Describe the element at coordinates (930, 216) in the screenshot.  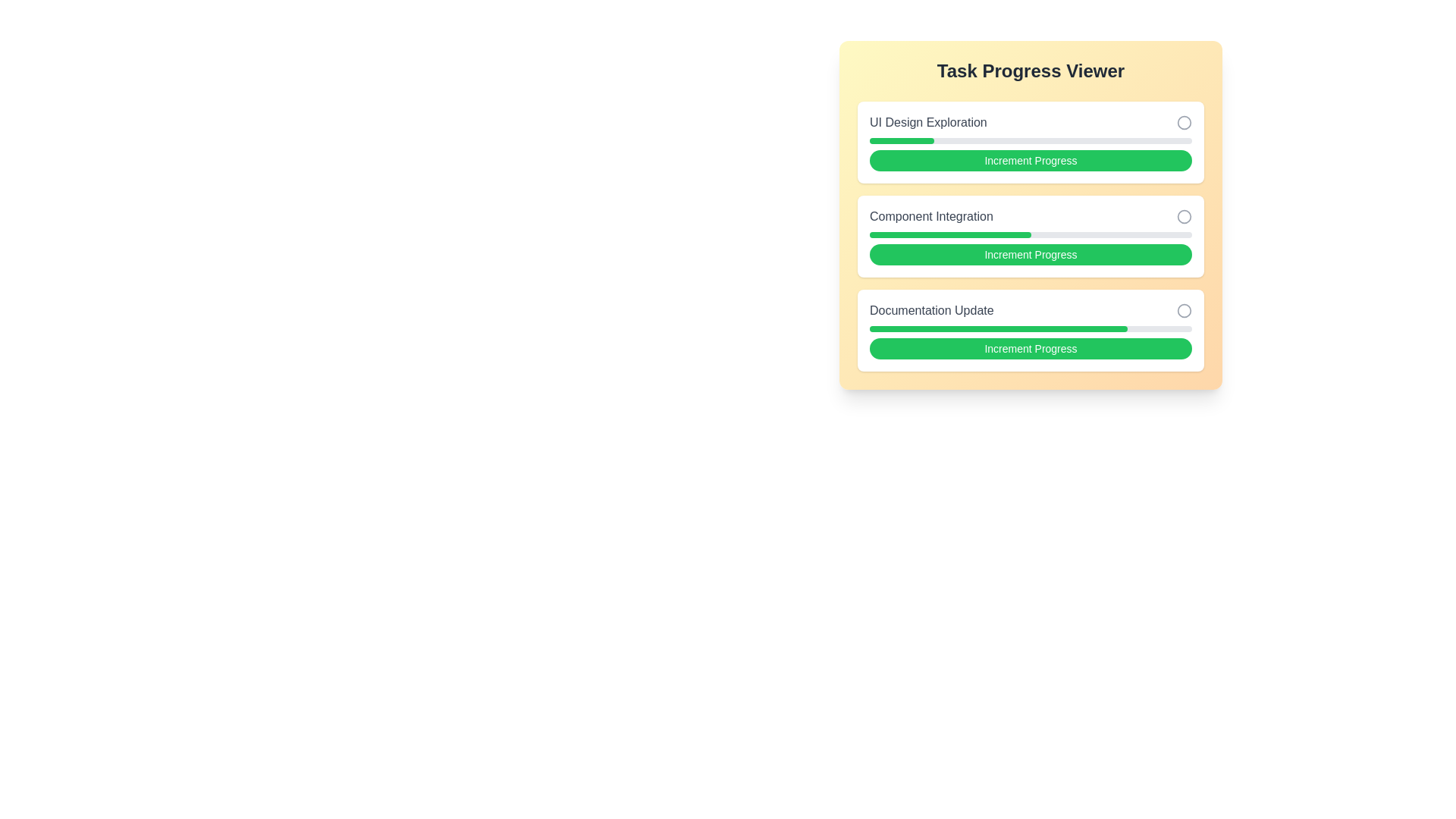
I see `the label displaying 'Component Integration' which is located between 'UI Design Exploration' and 'Documentation Update' in the task progress viewer` at that location.